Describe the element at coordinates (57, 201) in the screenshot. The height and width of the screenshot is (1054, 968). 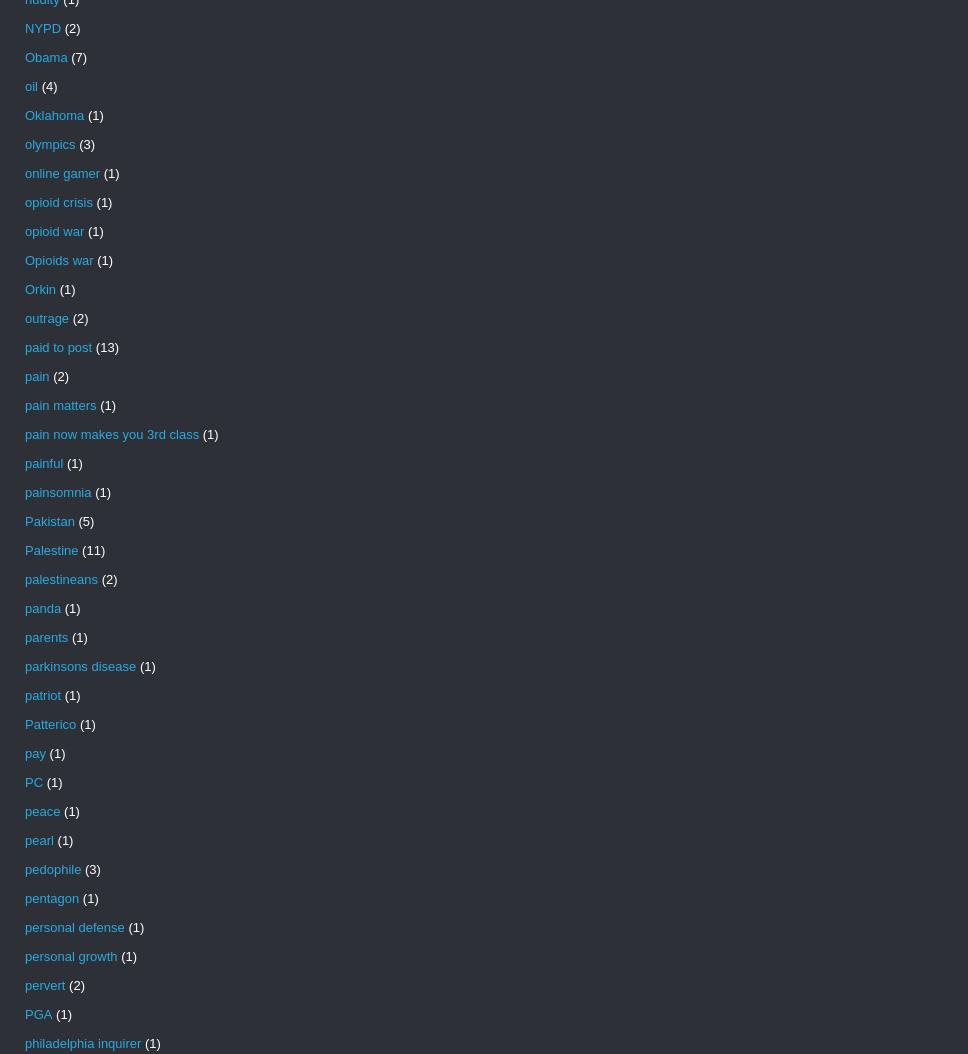
I see `'opioid crisis'` at that location.